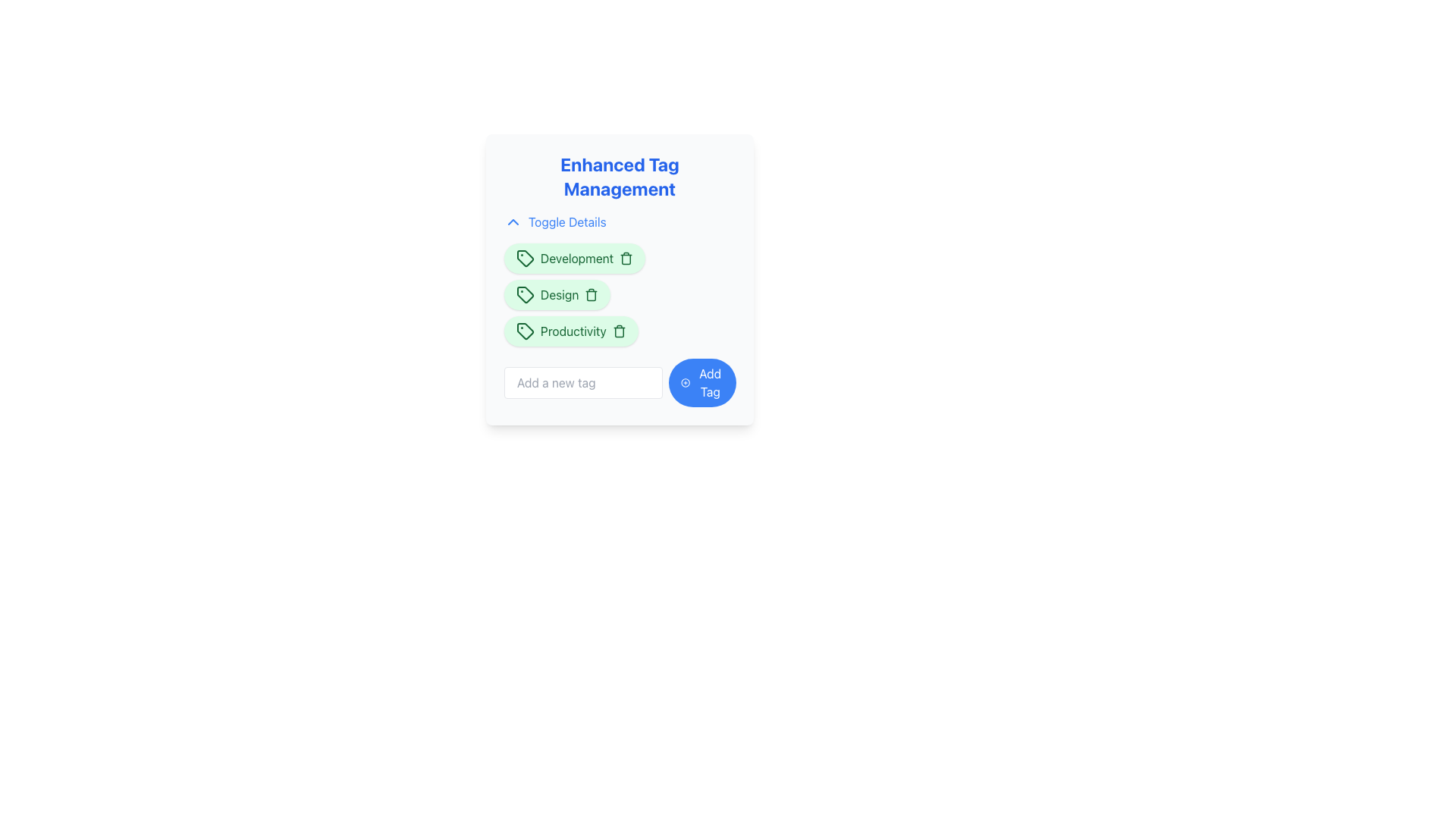 The image size is (1456, 819). What do you see at coordinates (525, 295) in the screenshot?
I see `the second tag icon representing the 'Design' tag in the 'Enhanced Tag Management' section to interact with it` at bounding box center [525, 295].